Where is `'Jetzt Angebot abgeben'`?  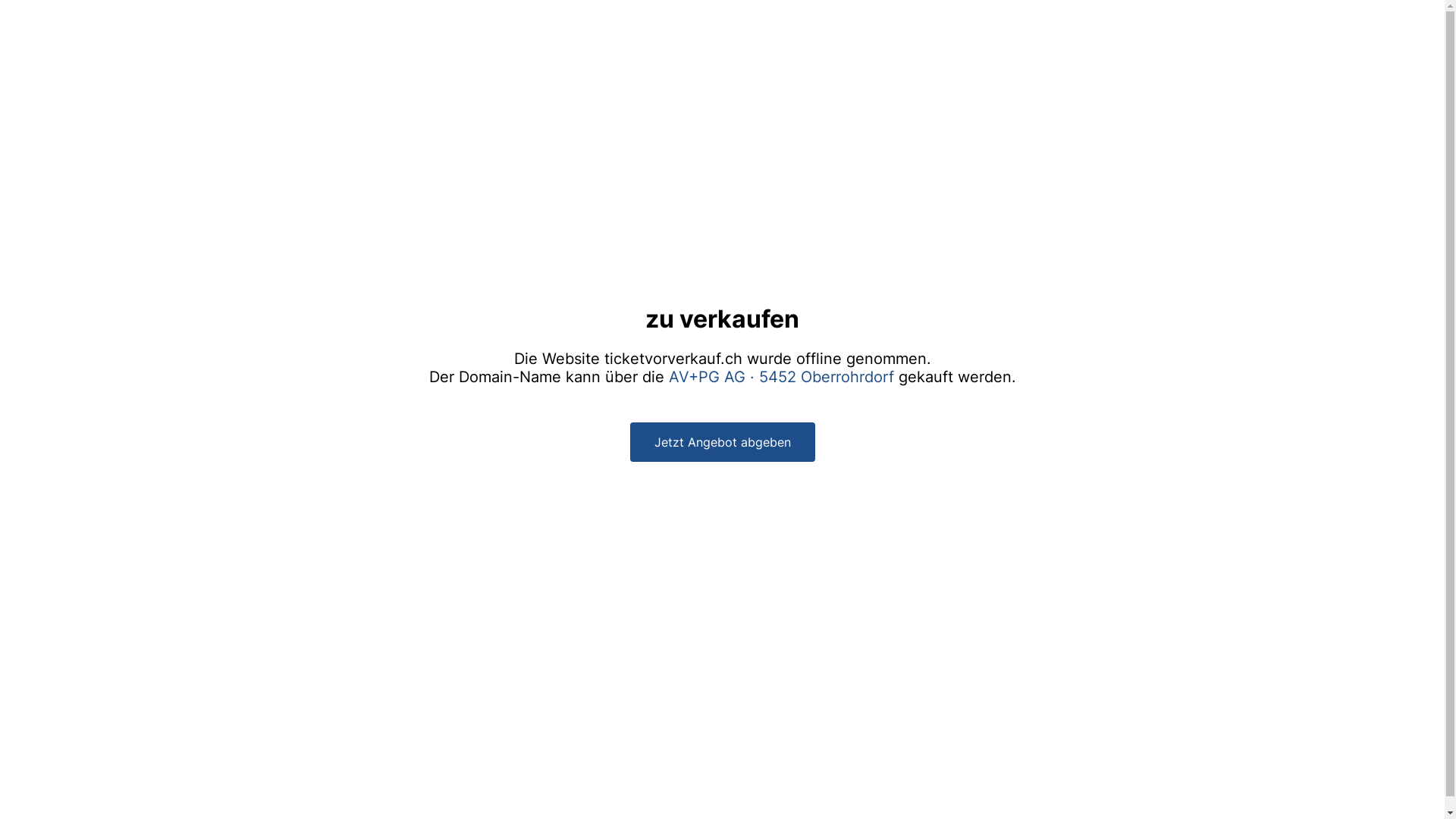 'Jetzt Angebot abgeben' is located at coordinates (720, 441).